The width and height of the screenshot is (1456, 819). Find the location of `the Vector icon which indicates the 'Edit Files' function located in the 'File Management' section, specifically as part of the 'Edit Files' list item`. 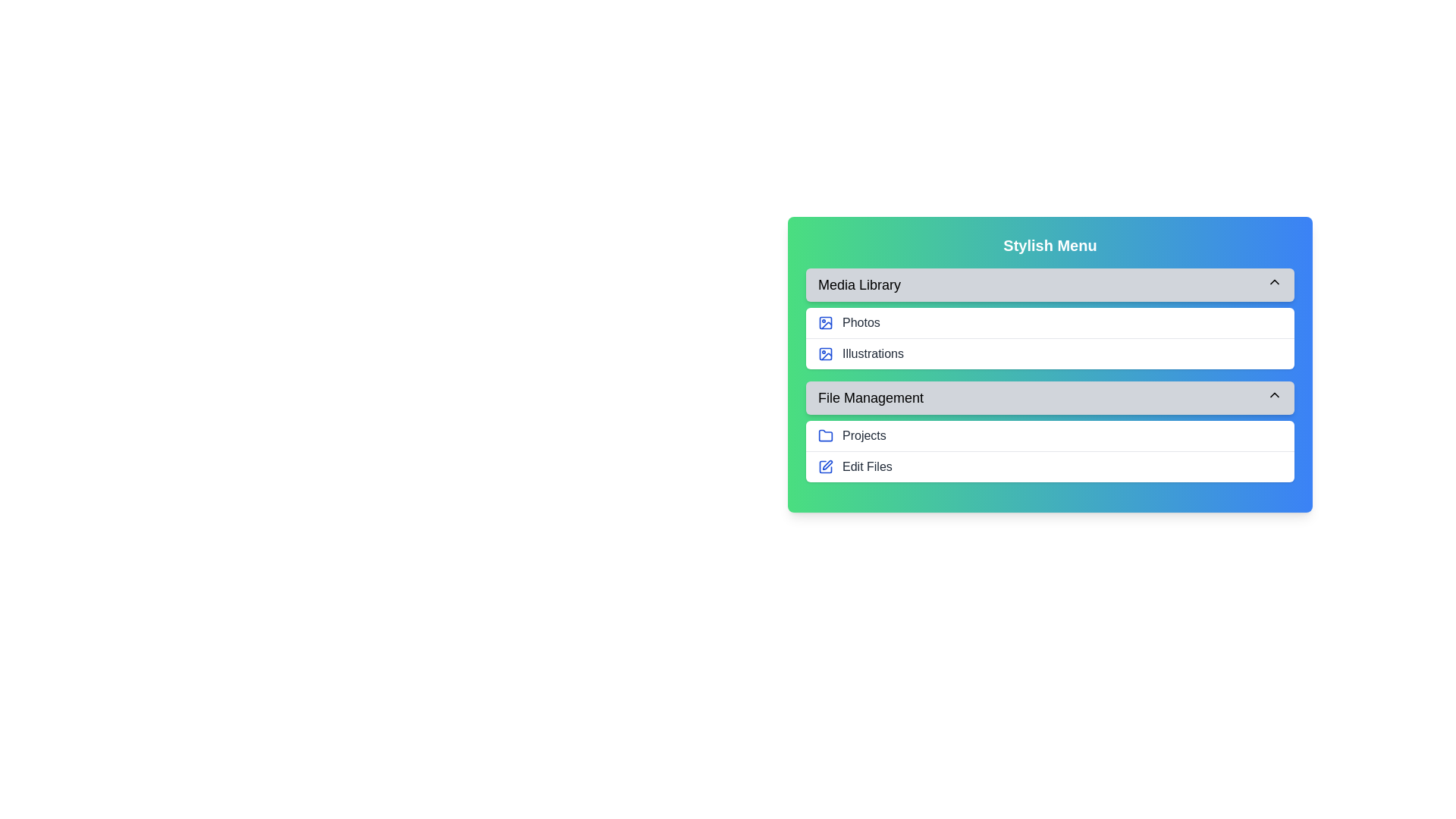

the Vector icon which indicates the 'Edit Files' function located in the 'File Management' section, specifically as part of the 'Edit Files' list item is located at coordinates (827, 464).